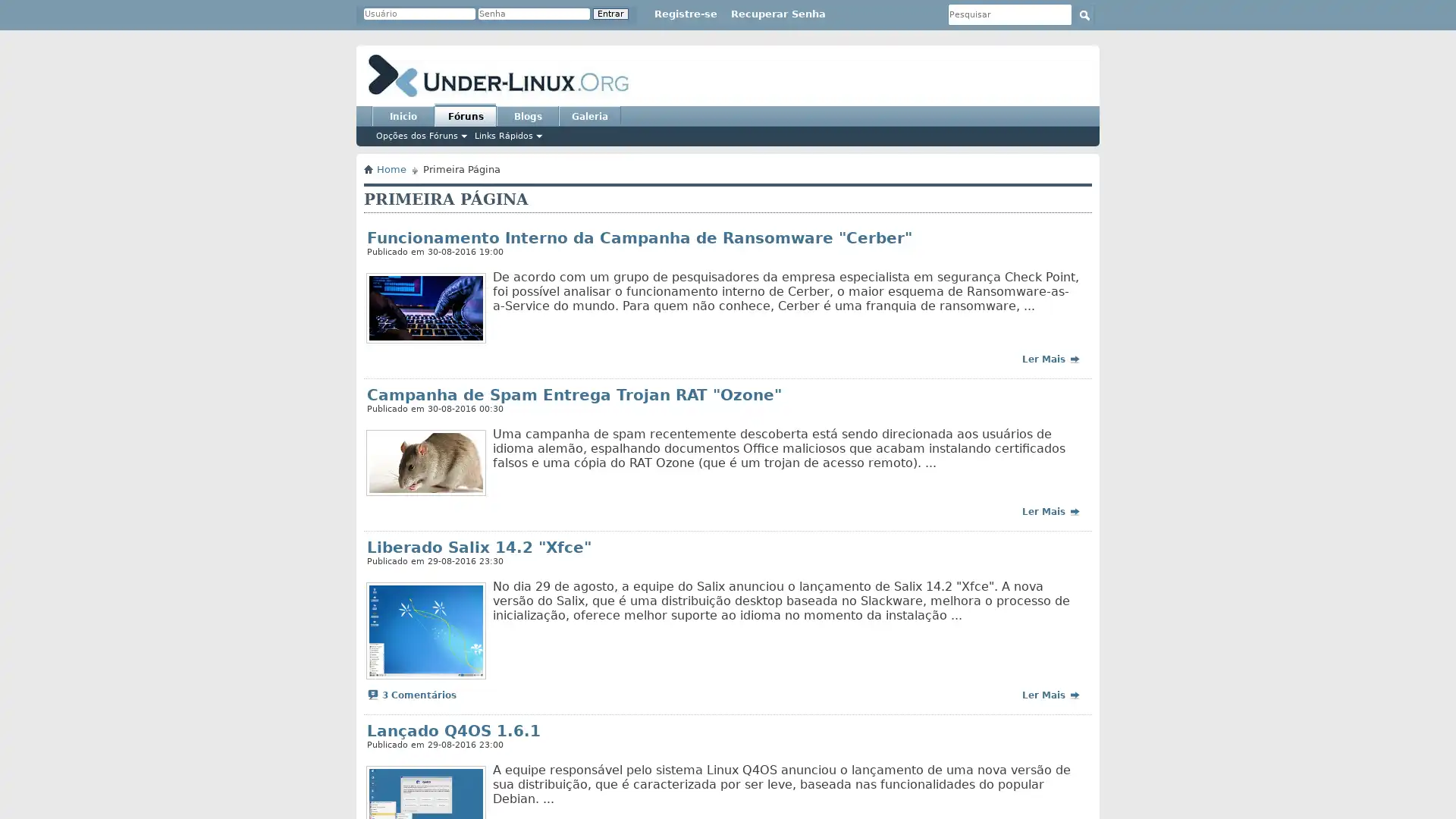 This screenshot has height=819, width=1456. Describe the element at coordinates (610, 14) in the screenshot. I see `Entrar` at that location.